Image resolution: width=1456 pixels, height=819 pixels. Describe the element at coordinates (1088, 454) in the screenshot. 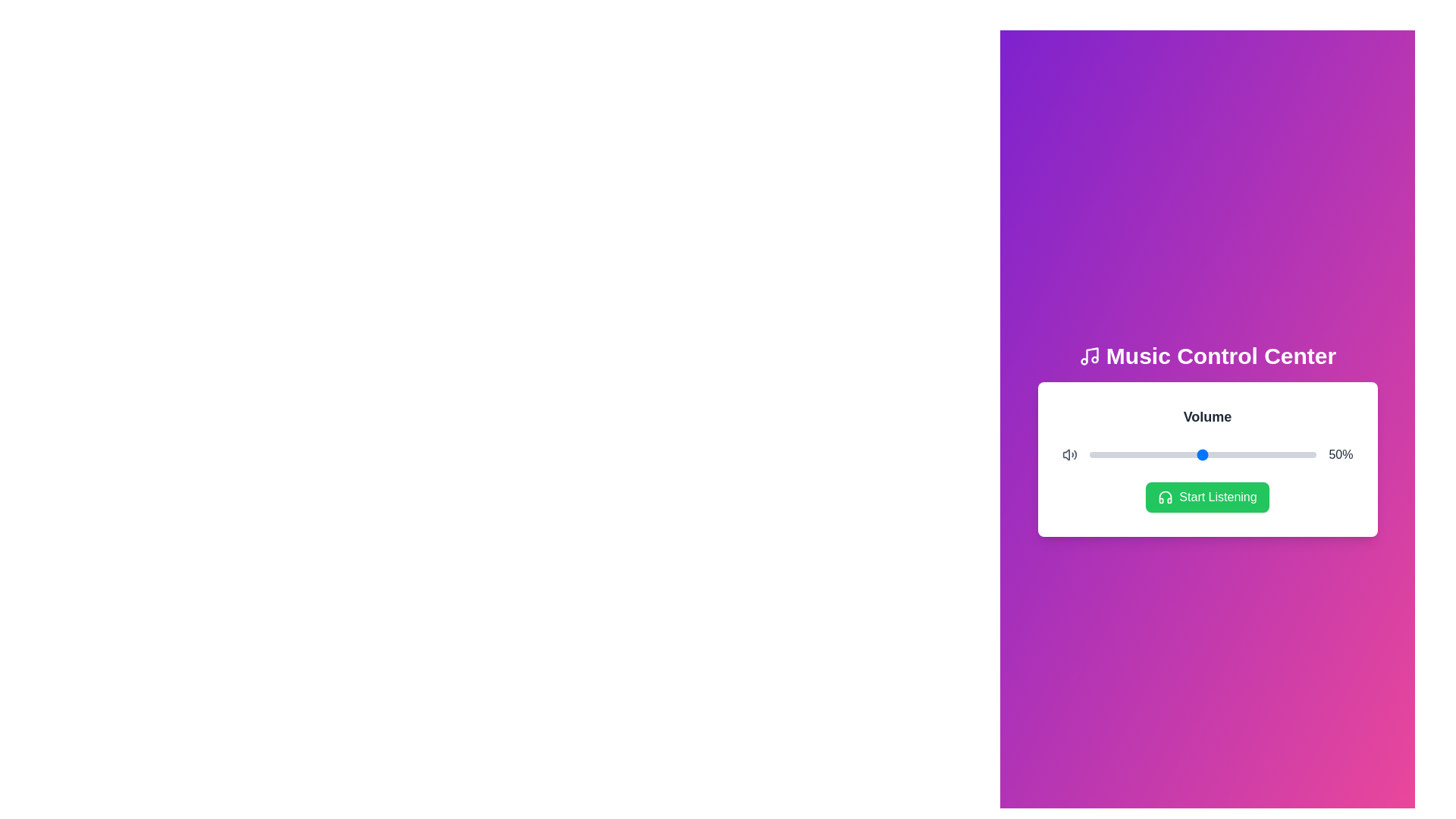

I see `the volume slider to 0%` at that location.